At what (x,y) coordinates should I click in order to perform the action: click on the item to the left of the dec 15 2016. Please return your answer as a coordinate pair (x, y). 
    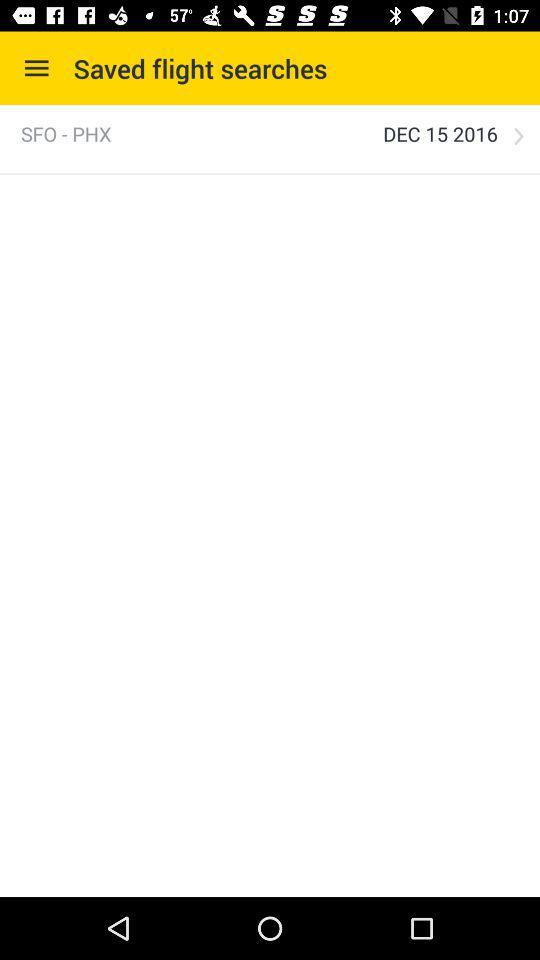
    Looking at the image, I should click on (66, 133).